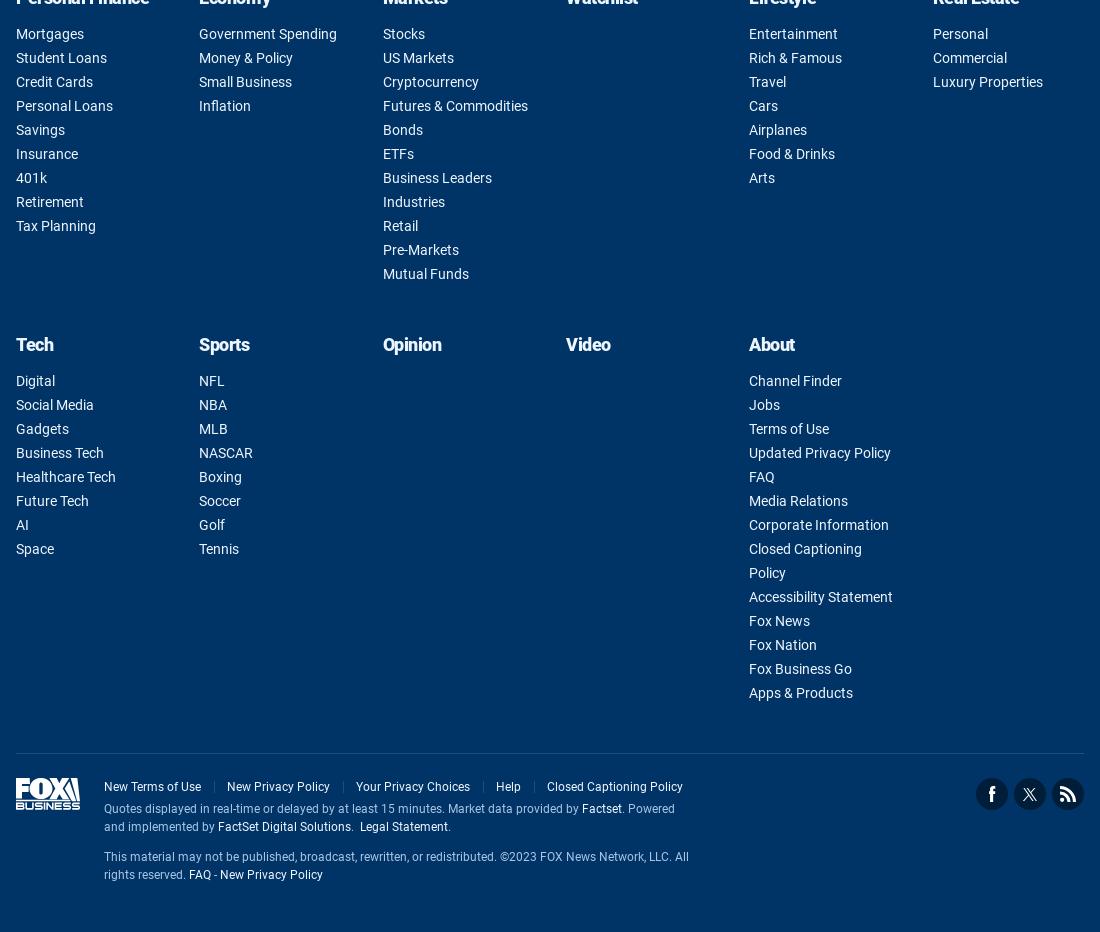  I want to click on 'Small Business', so click(245, 80).